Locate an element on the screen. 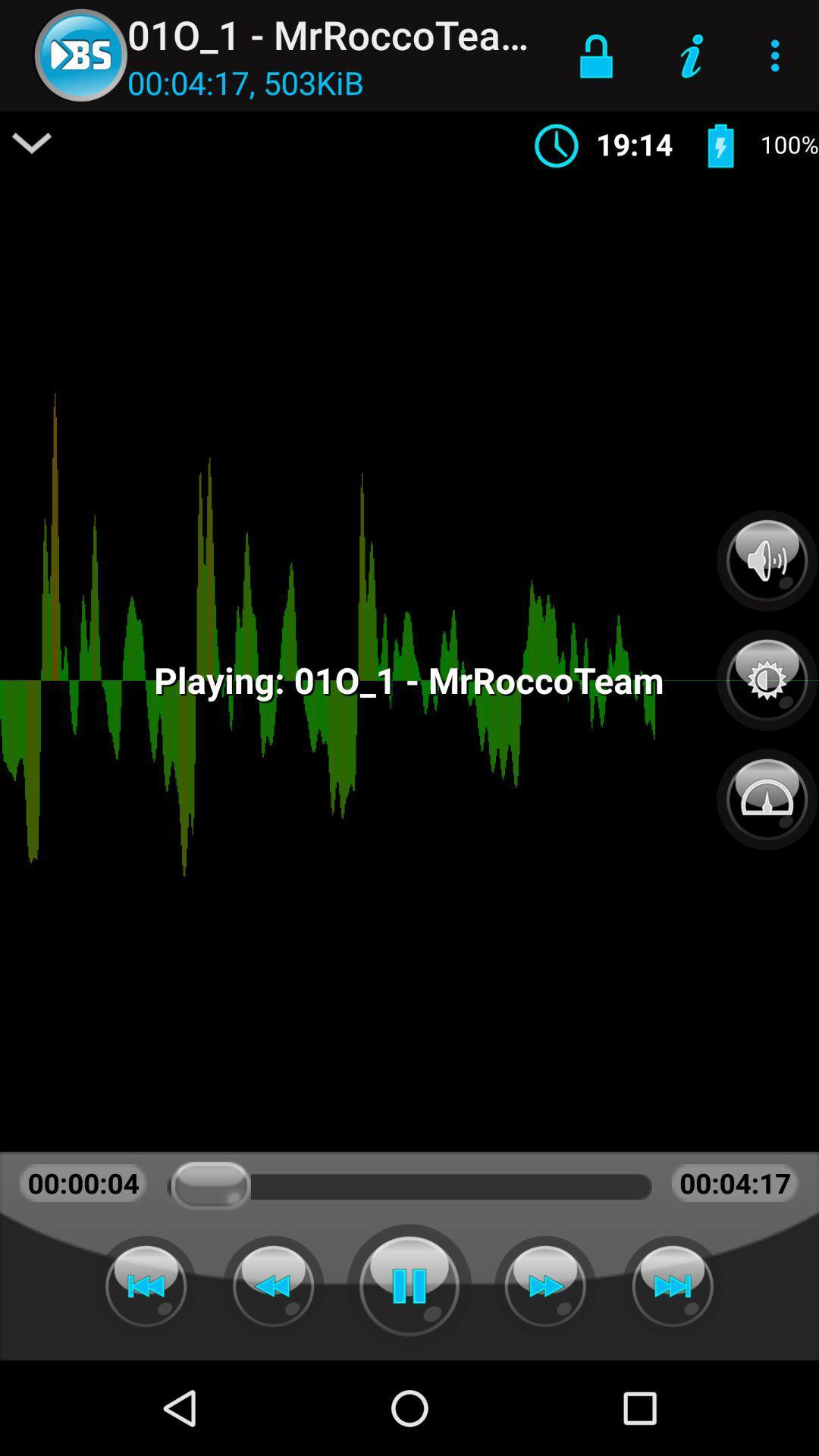 The width and height of the screenshot is (819, 1456). play button is located at coordinates (409, 1285).